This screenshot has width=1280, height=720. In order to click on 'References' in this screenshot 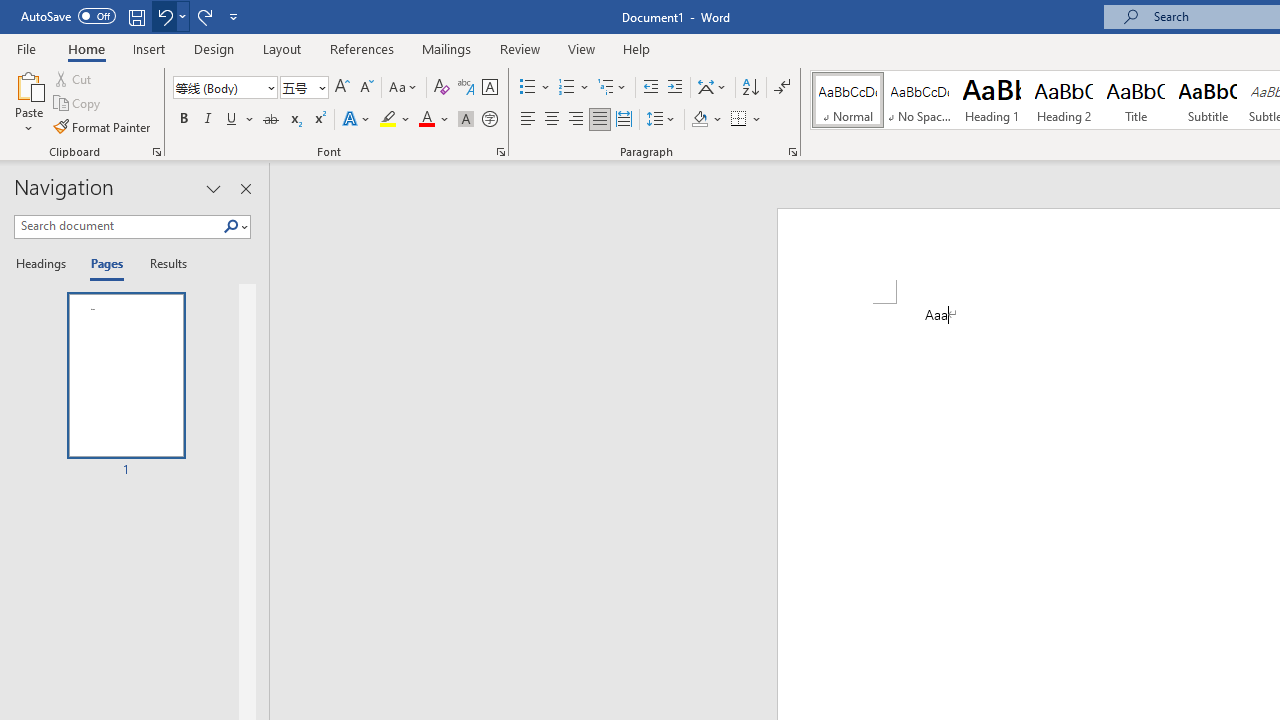, I will do `click(362, 48)`.